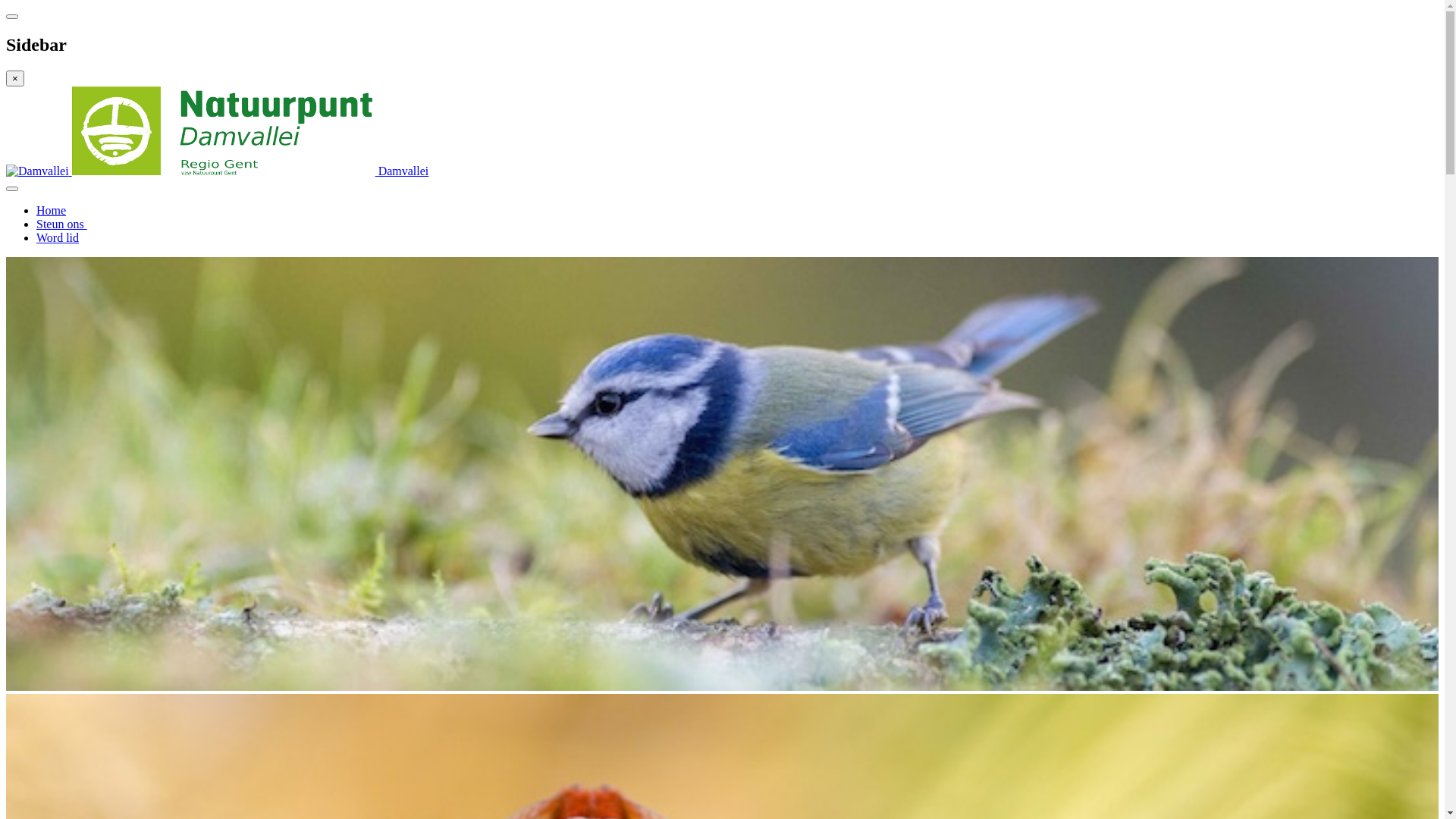 Image resolution: width=1456 pixels, height=819 pixels. I want to click on 'Word lid', so click(58, 237).